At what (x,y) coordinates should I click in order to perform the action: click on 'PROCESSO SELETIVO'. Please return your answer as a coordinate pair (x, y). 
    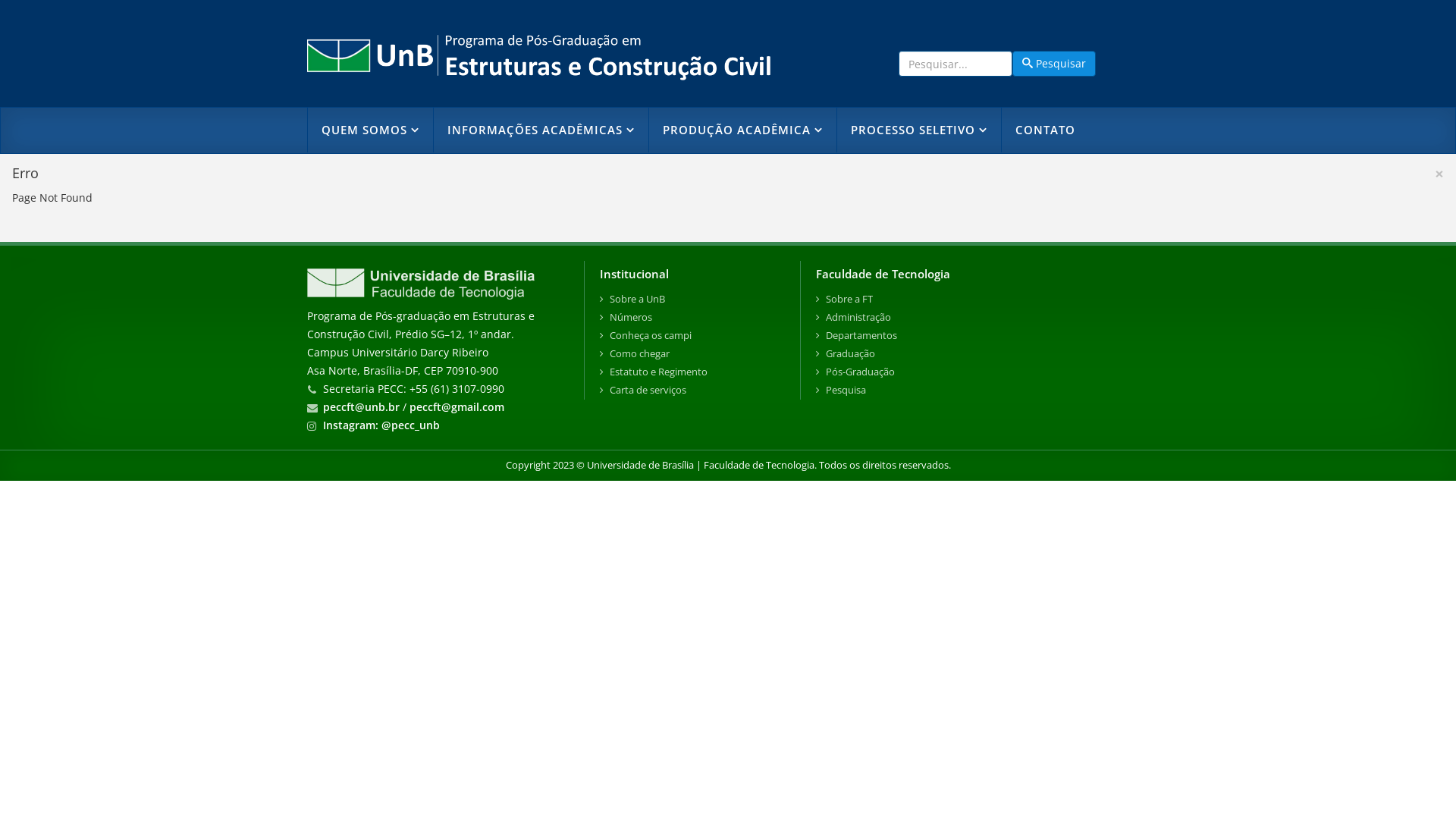
    Looking at the image, I should click on (918, 129).